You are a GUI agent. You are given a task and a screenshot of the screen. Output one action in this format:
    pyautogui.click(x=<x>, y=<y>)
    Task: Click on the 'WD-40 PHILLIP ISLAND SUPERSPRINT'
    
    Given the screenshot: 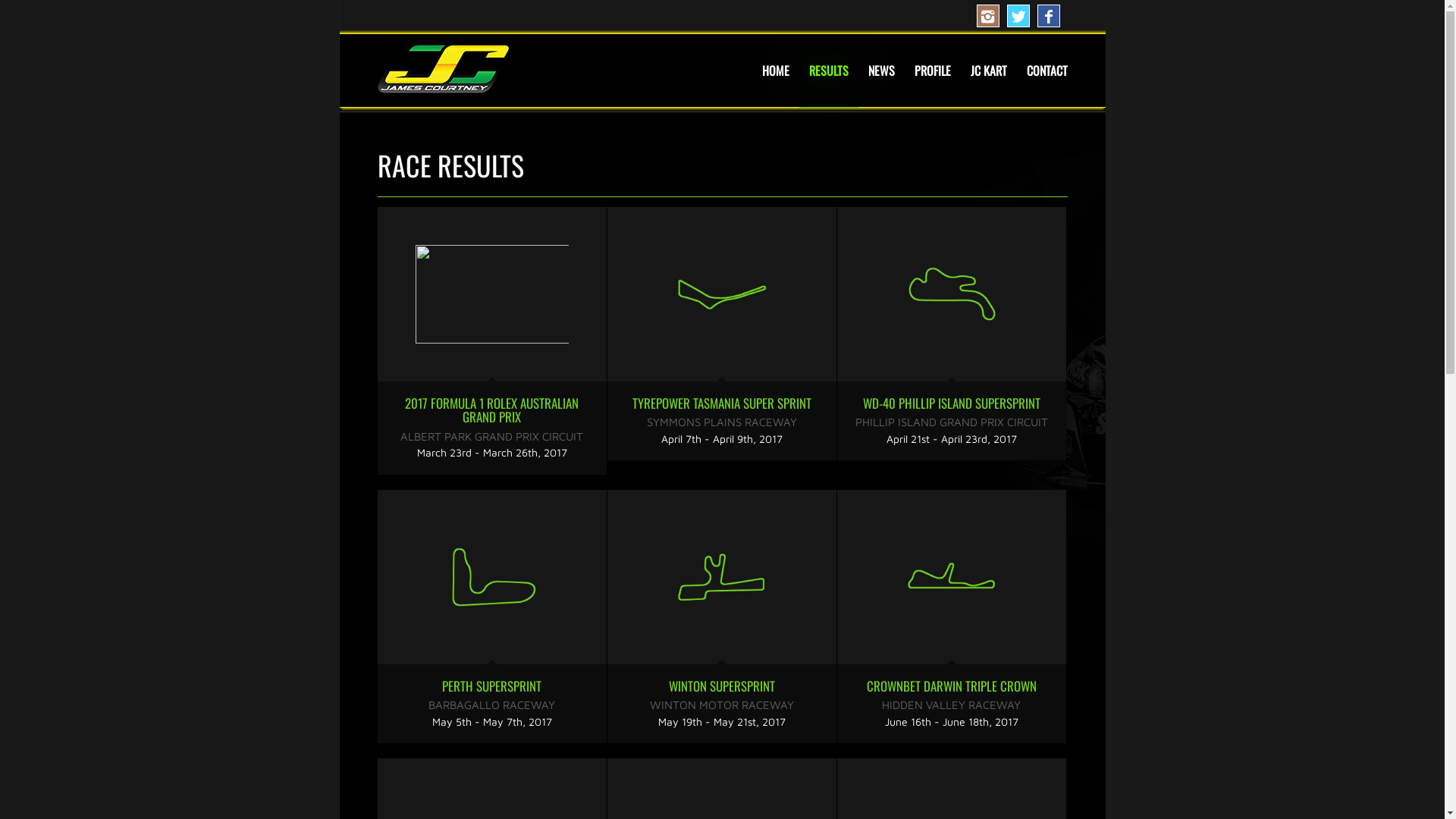 What is the action you would take?
    pyautogui.click(x=950, y=402)
    